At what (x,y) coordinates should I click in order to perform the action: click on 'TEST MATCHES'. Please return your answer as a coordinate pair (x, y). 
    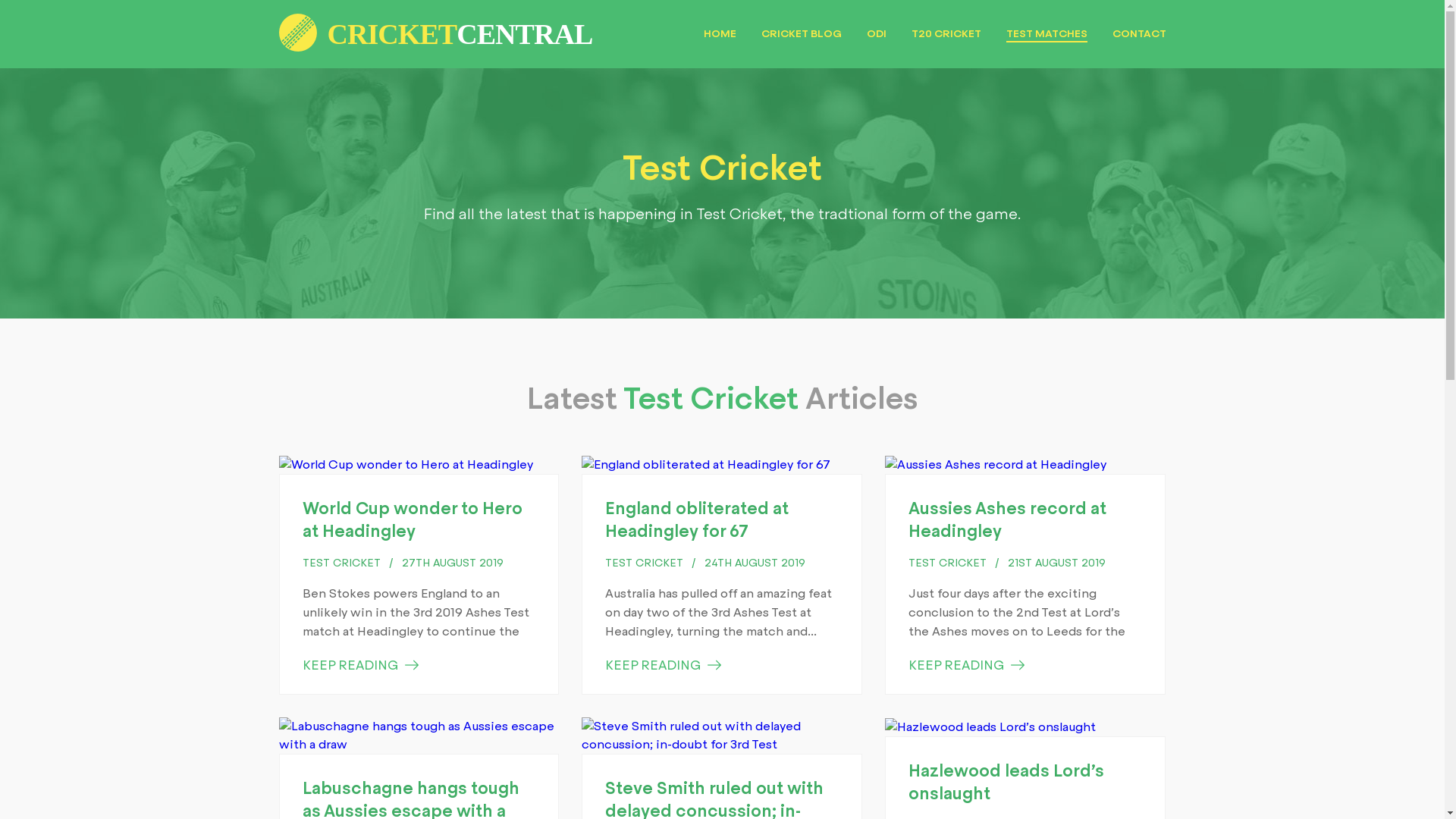
    Looking at the image, I should click on (1005, 34).